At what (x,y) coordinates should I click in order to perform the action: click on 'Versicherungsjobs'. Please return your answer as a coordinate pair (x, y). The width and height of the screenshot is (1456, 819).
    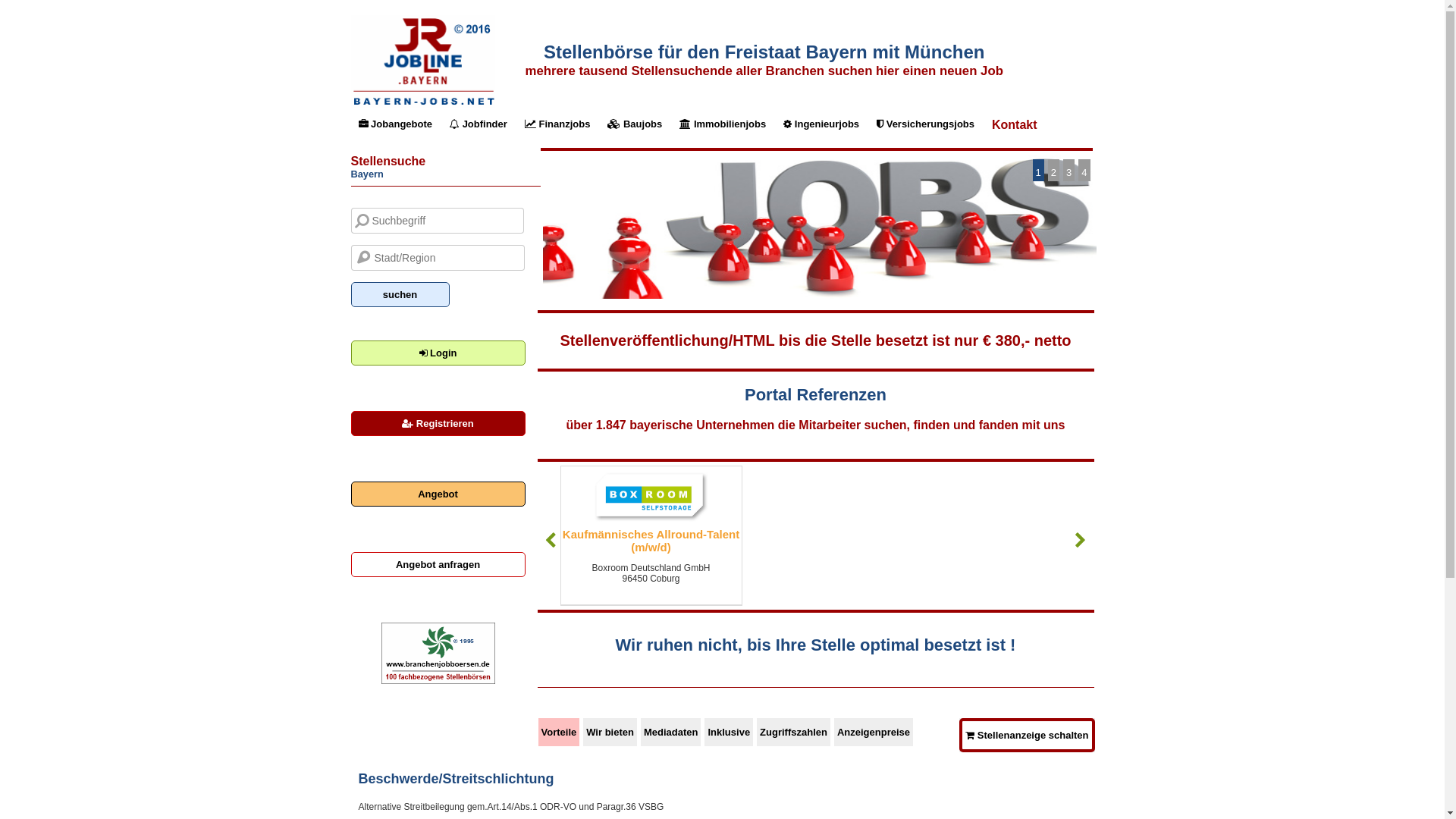
    Looking at the image, I should click on (927, 123).